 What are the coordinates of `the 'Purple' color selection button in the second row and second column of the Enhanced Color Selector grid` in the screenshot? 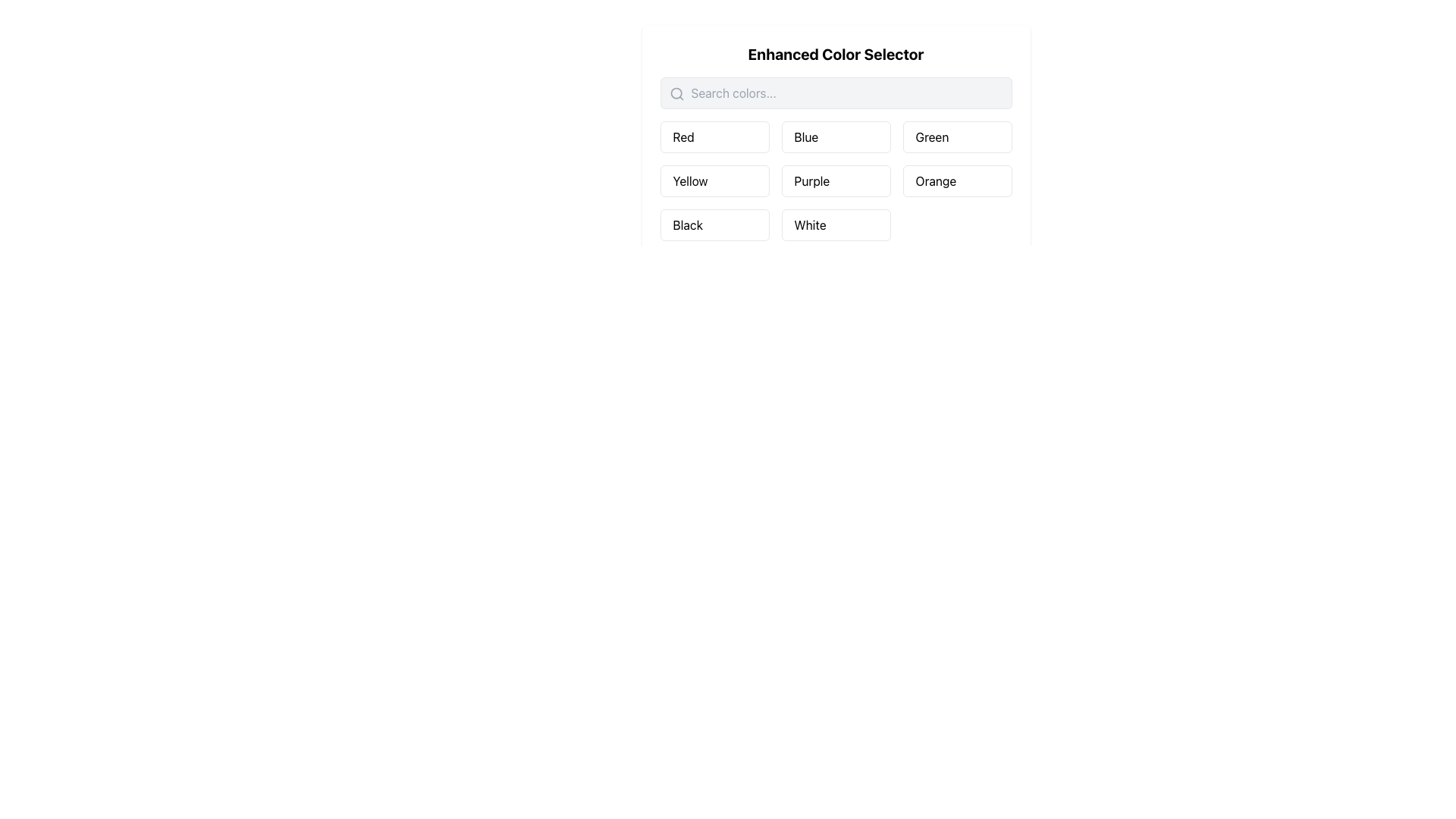 It's located at (811, 180).